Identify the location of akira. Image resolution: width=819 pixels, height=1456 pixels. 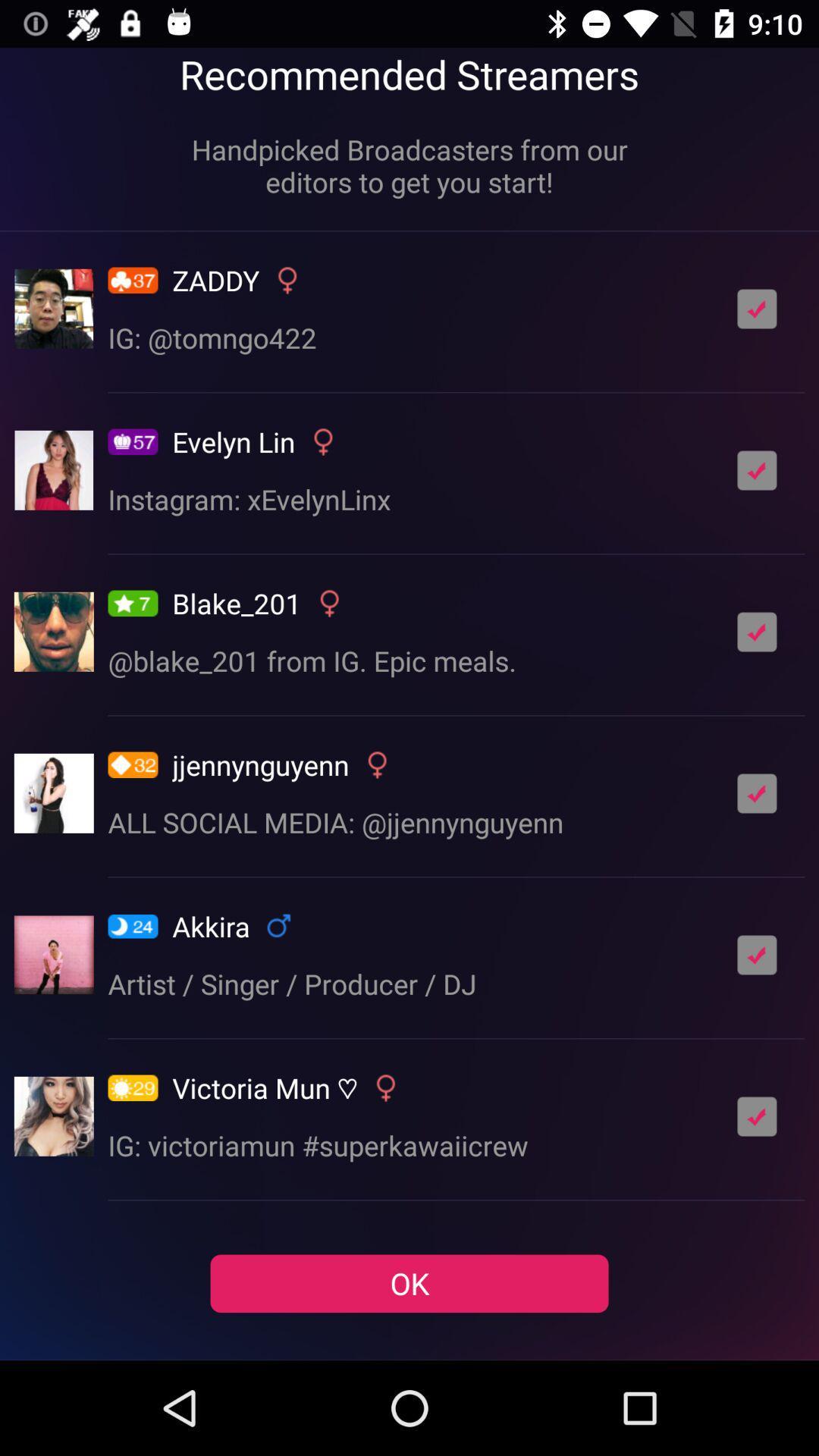
(757, 954).